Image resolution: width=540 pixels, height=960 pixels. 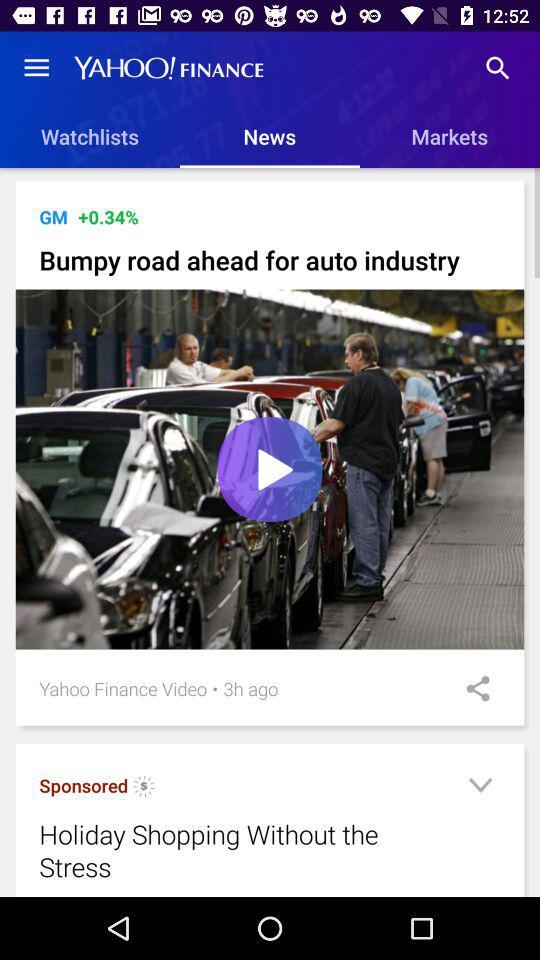 What do you see at coordinates (479, 788) in the screenshot?
I see `additional information` at bounding box center [479, 788].